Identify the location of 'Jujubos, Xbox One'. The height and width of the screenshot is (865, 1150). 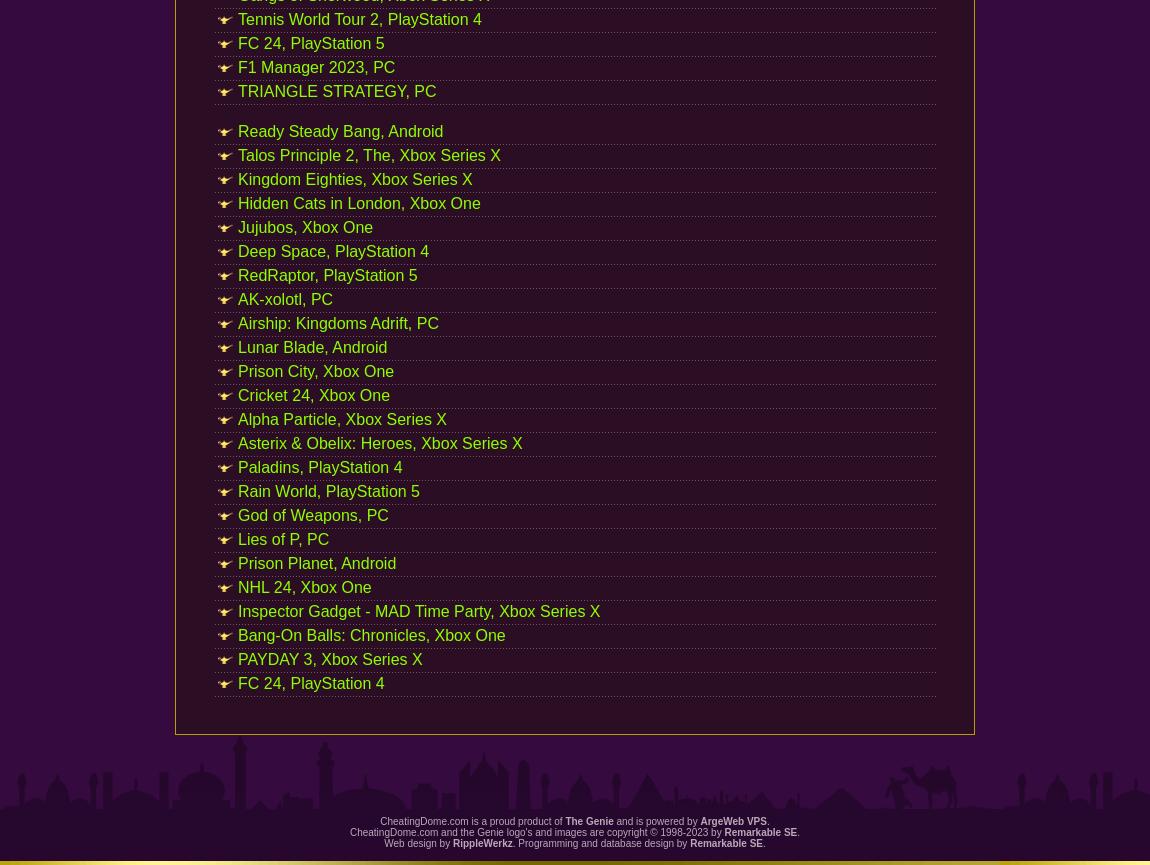
(305, 226).